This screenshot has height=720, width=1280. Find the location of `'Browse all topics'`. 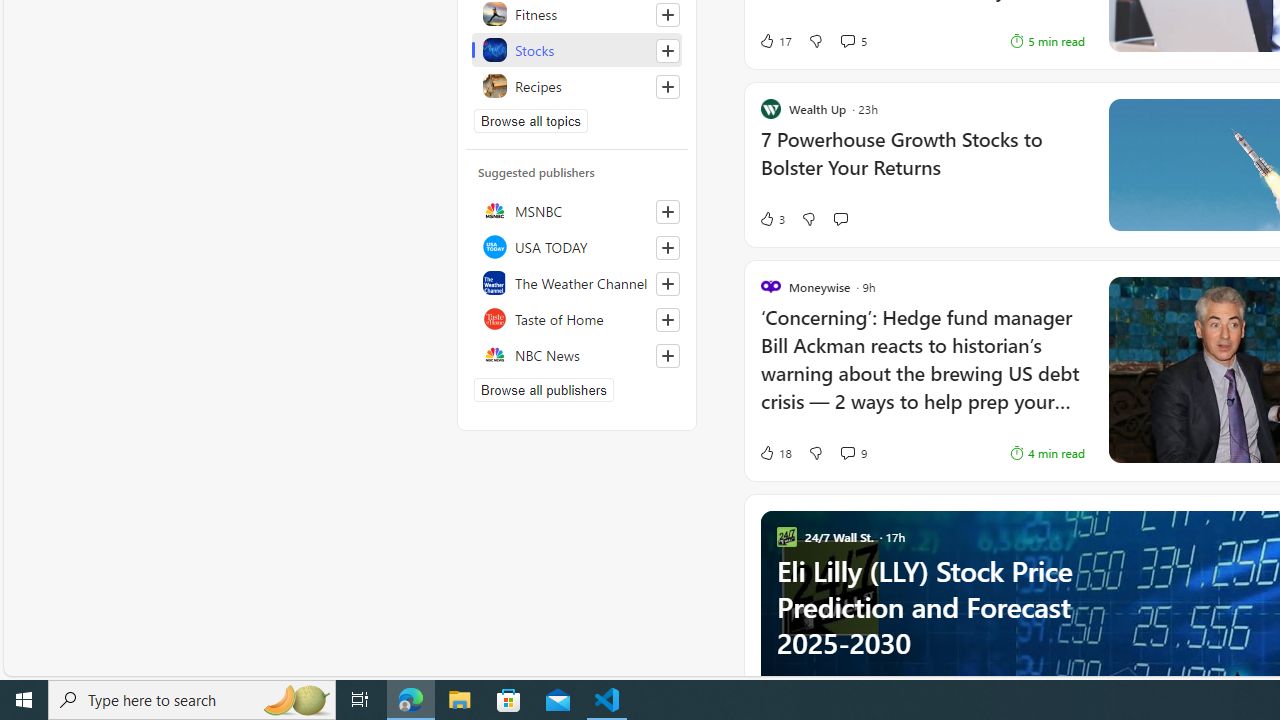

'Browse all topics' is located at coordinates (531, 120).